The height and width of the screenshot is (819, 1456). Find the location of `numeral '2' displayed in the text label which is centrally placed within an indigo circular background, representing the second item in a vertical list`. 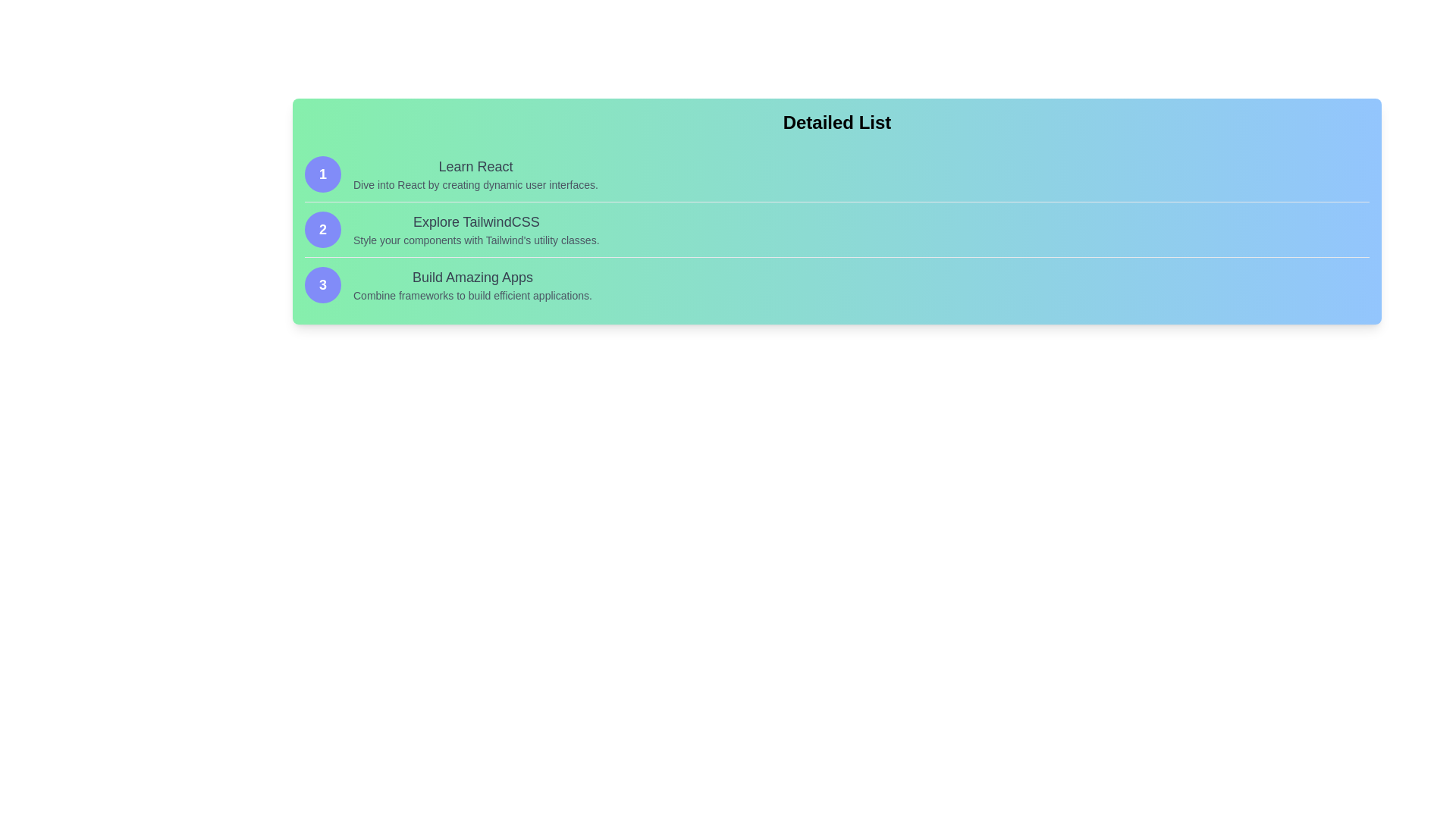

numeral '2' displayed in the text label which is centrally placed within an indigo circular background, representing the second item in a vertical list is located at coordinates (322, 230).